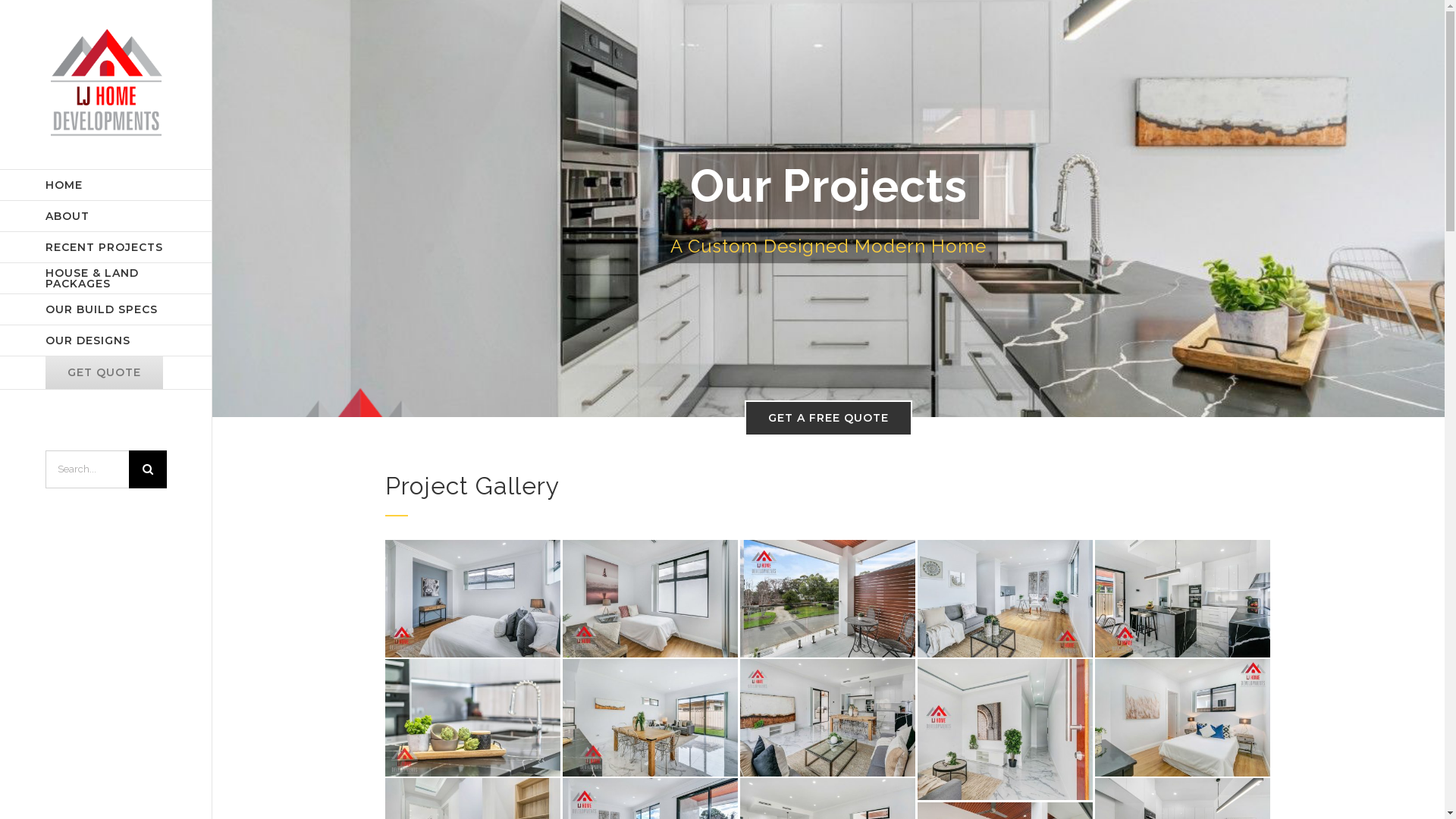  Describe the element at coordinates (385, 717) in the screenshot. I see `'5'` at that location.